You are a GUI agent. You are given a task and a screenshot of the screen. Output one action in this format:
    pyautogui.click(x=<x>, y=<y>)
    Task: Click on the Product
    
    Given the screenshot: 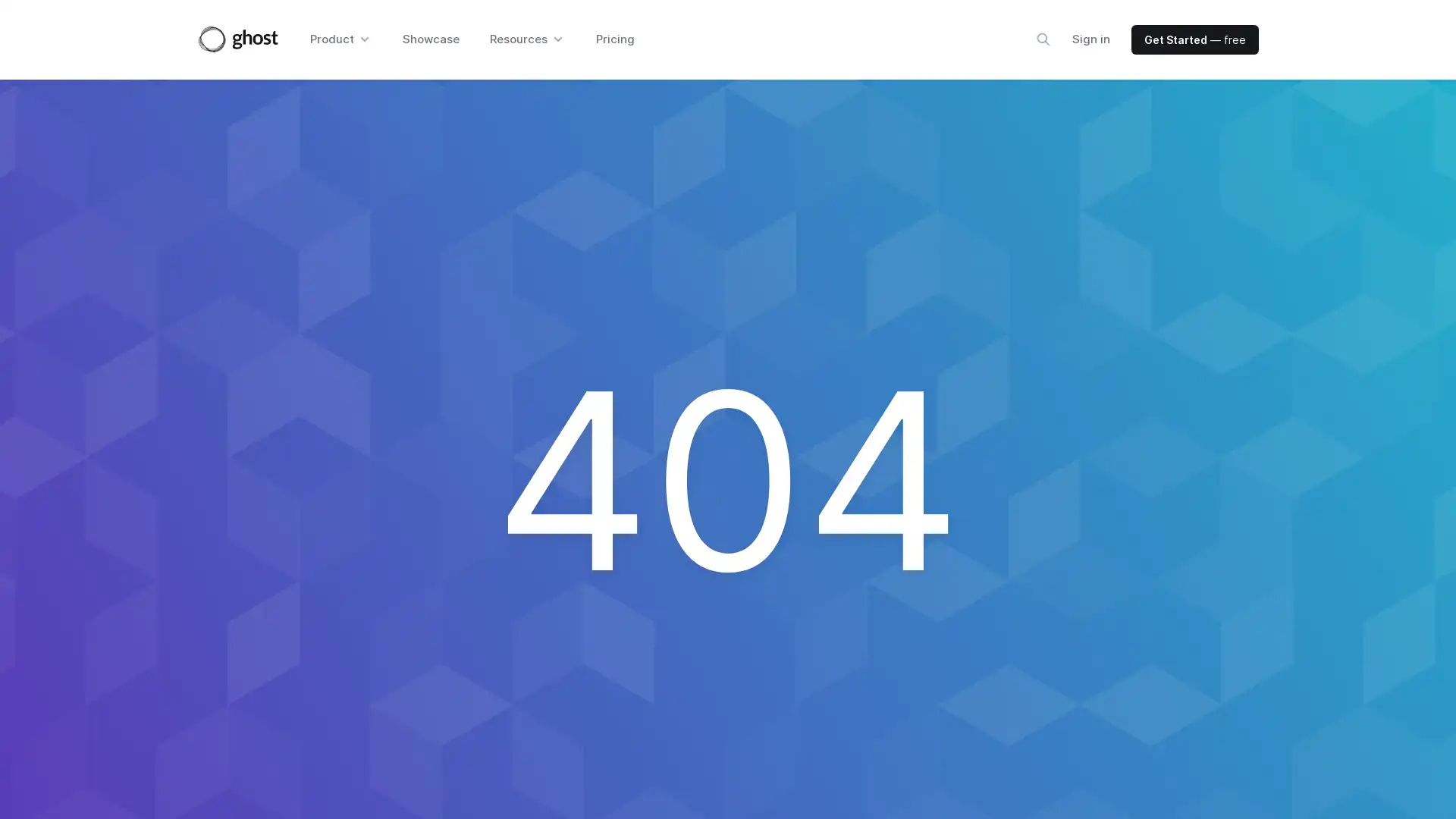 What is the action you would take?
    pyautogui.click(x=340, y=38)
    